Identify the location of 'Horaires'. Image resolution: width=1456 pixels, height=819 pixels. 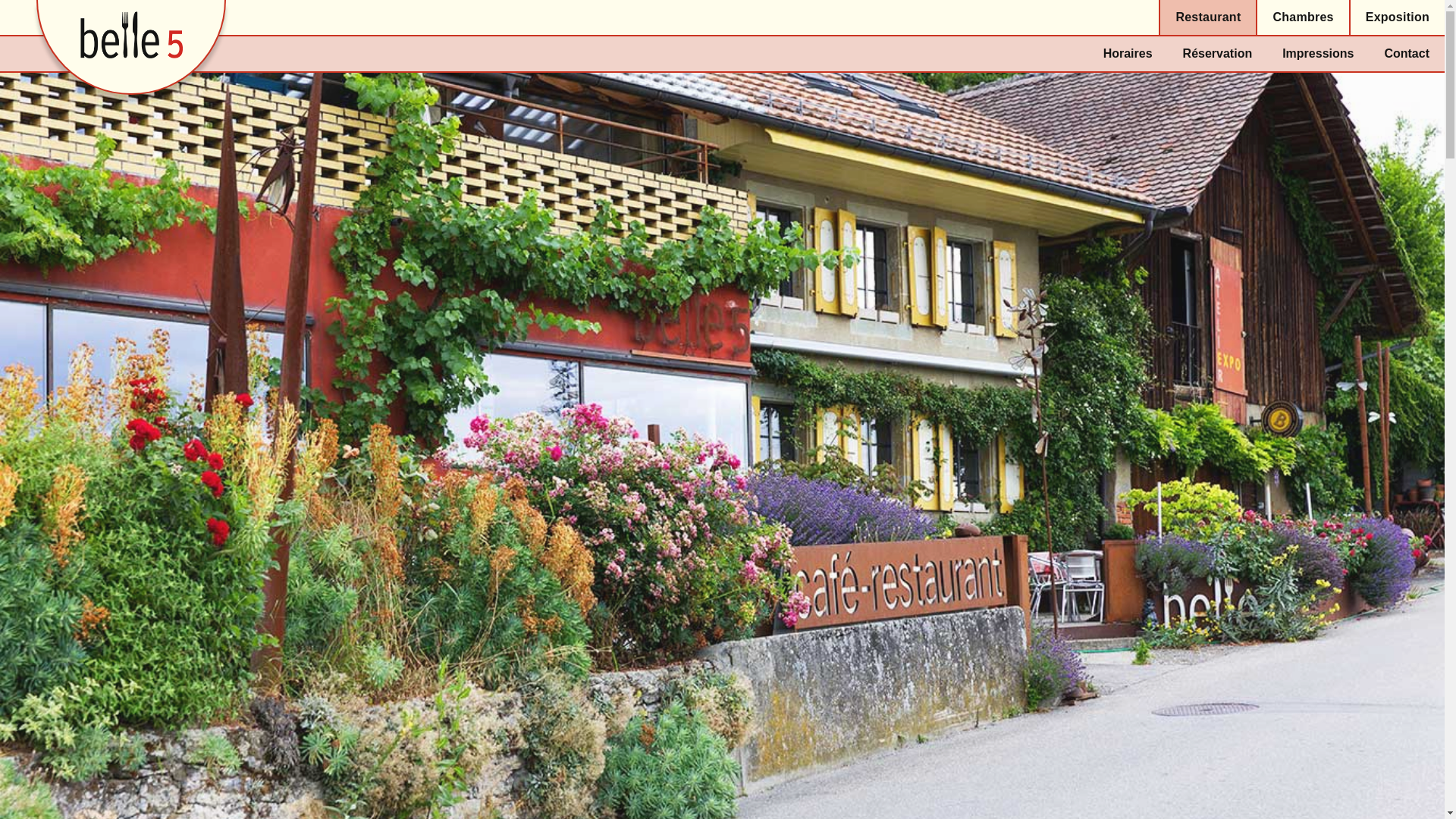
(1087, 52).